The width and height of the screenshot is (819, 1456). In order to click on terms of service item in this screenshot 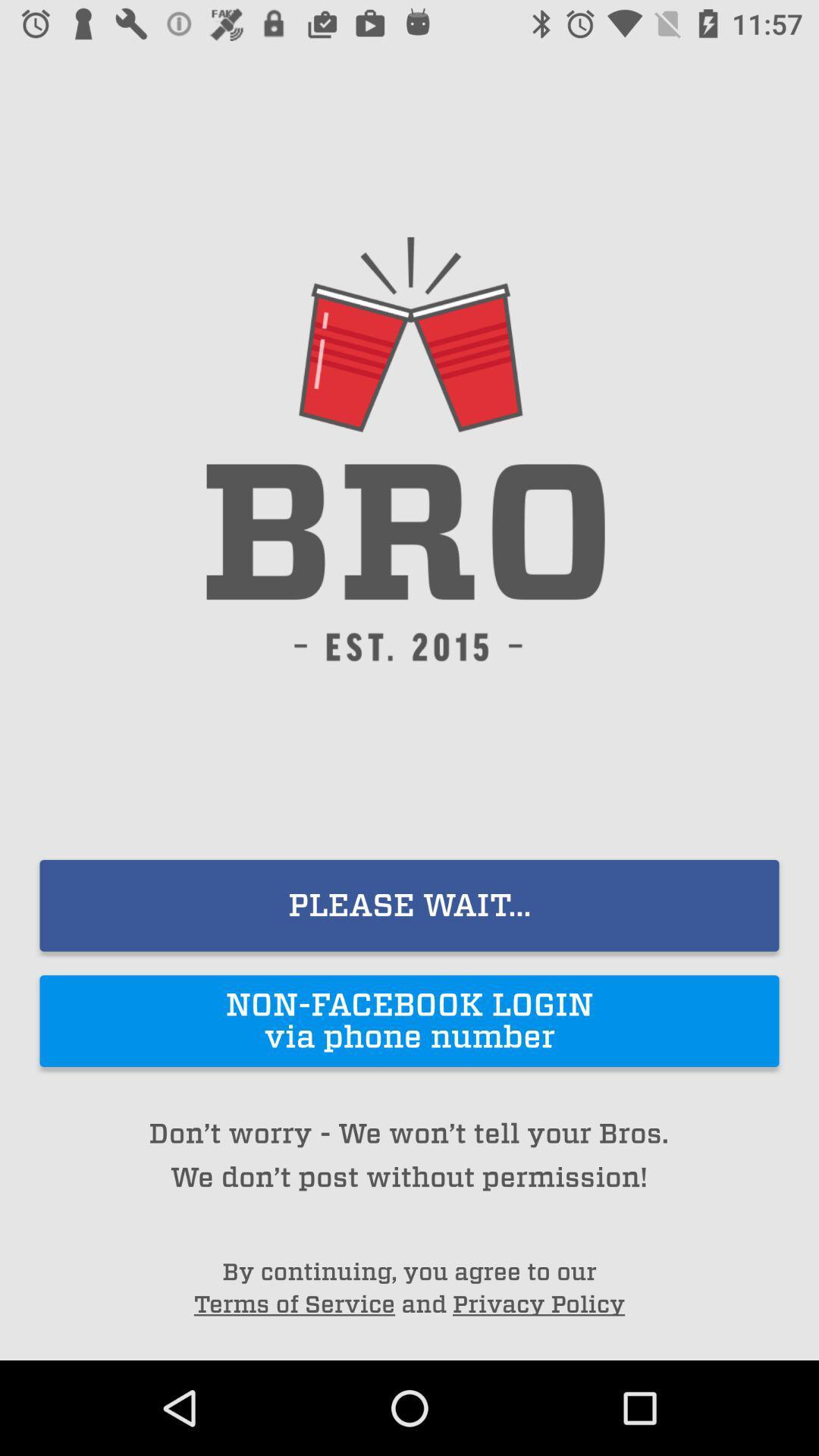, I will do `click(294, 1304)`.